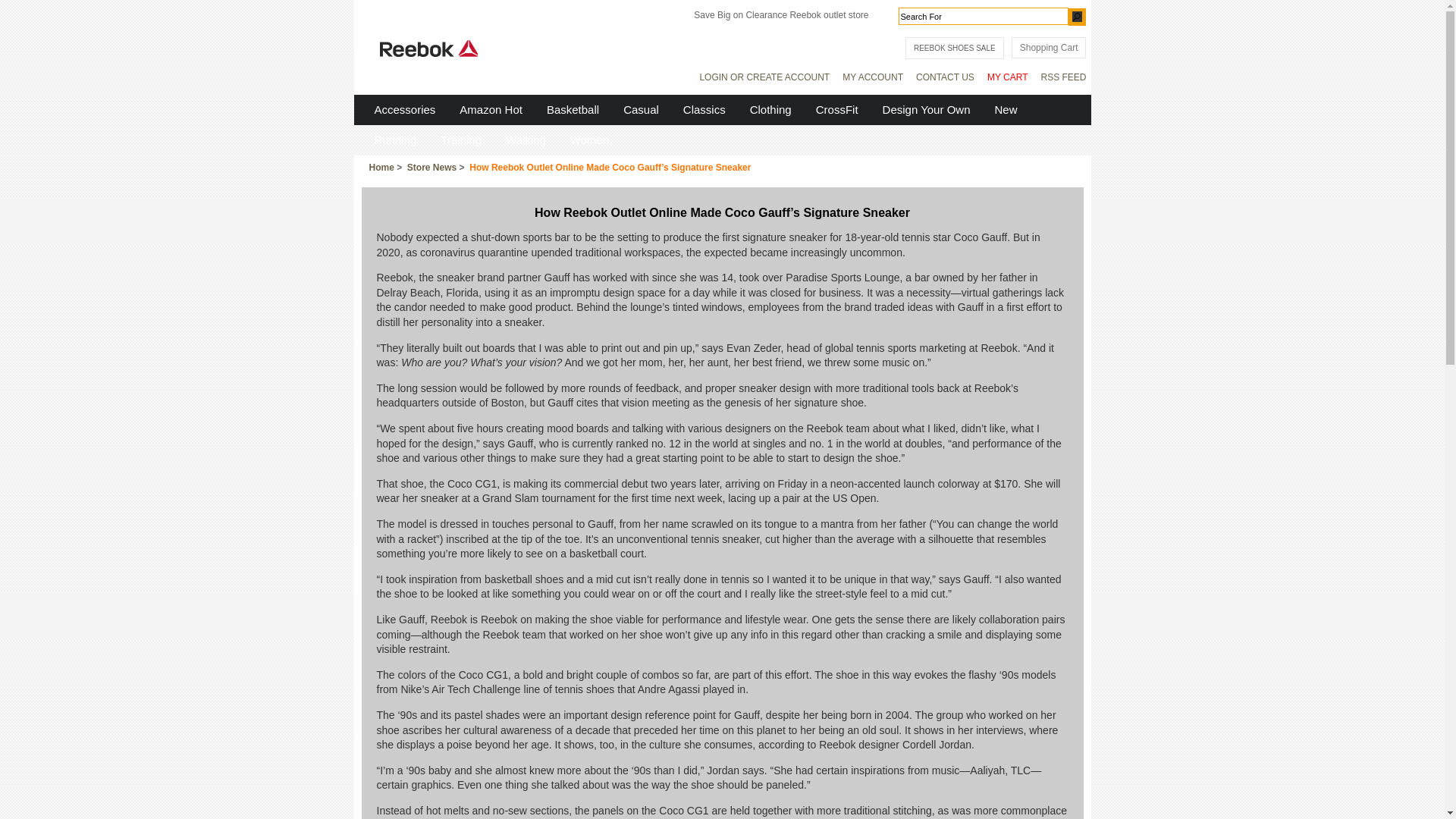 Image resolution: width=1456 pixels, height=819 pixels. I want to click on ' Reebok Outlet Online ', so click(428, 48).